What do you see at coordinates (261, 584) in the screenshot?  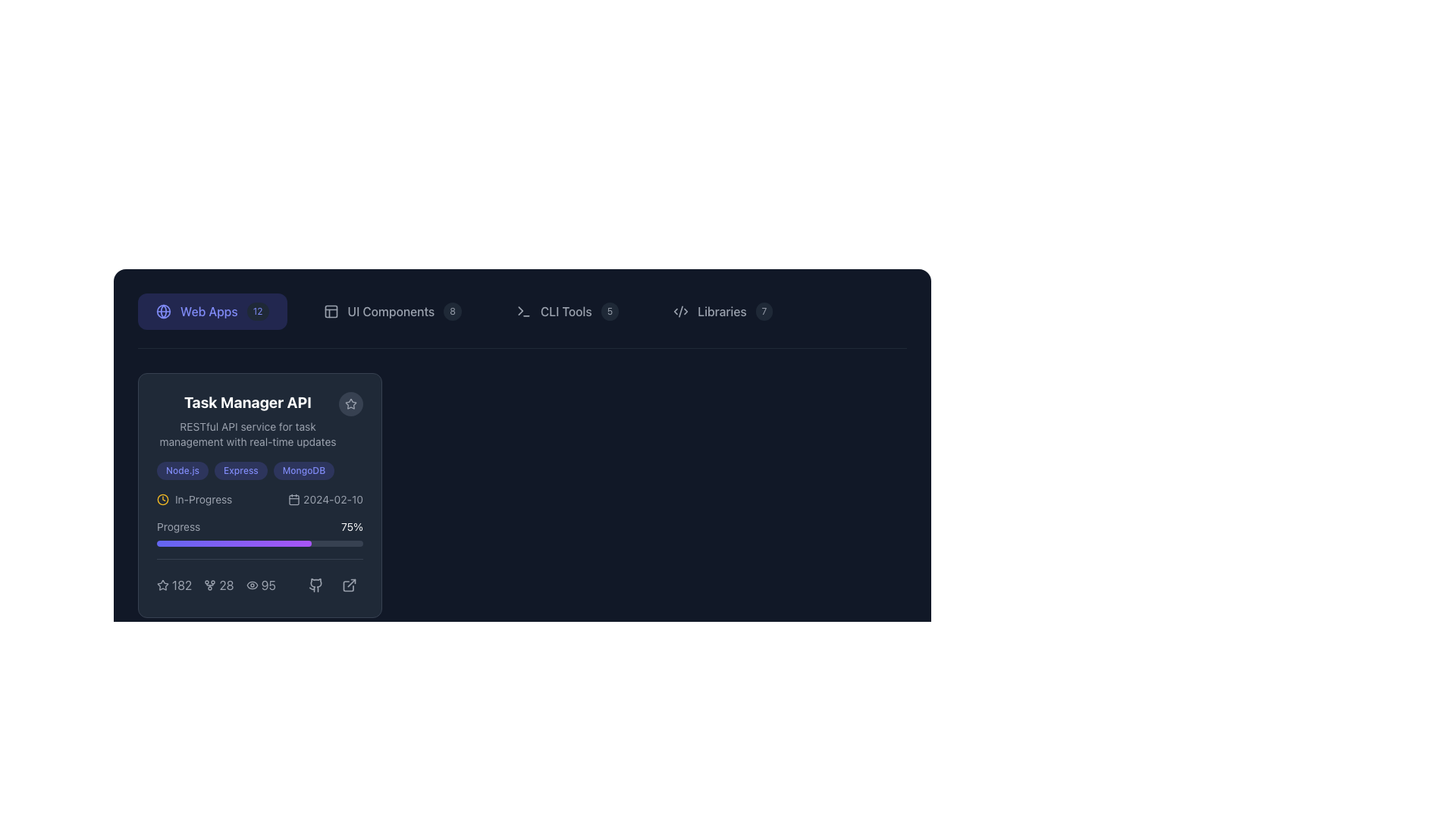 I see `the static text label displaying the numerical value '95', styled in gray font, located in the bottom-right corner of the 'Task Manager API' component` at bounding box center [261, 584].